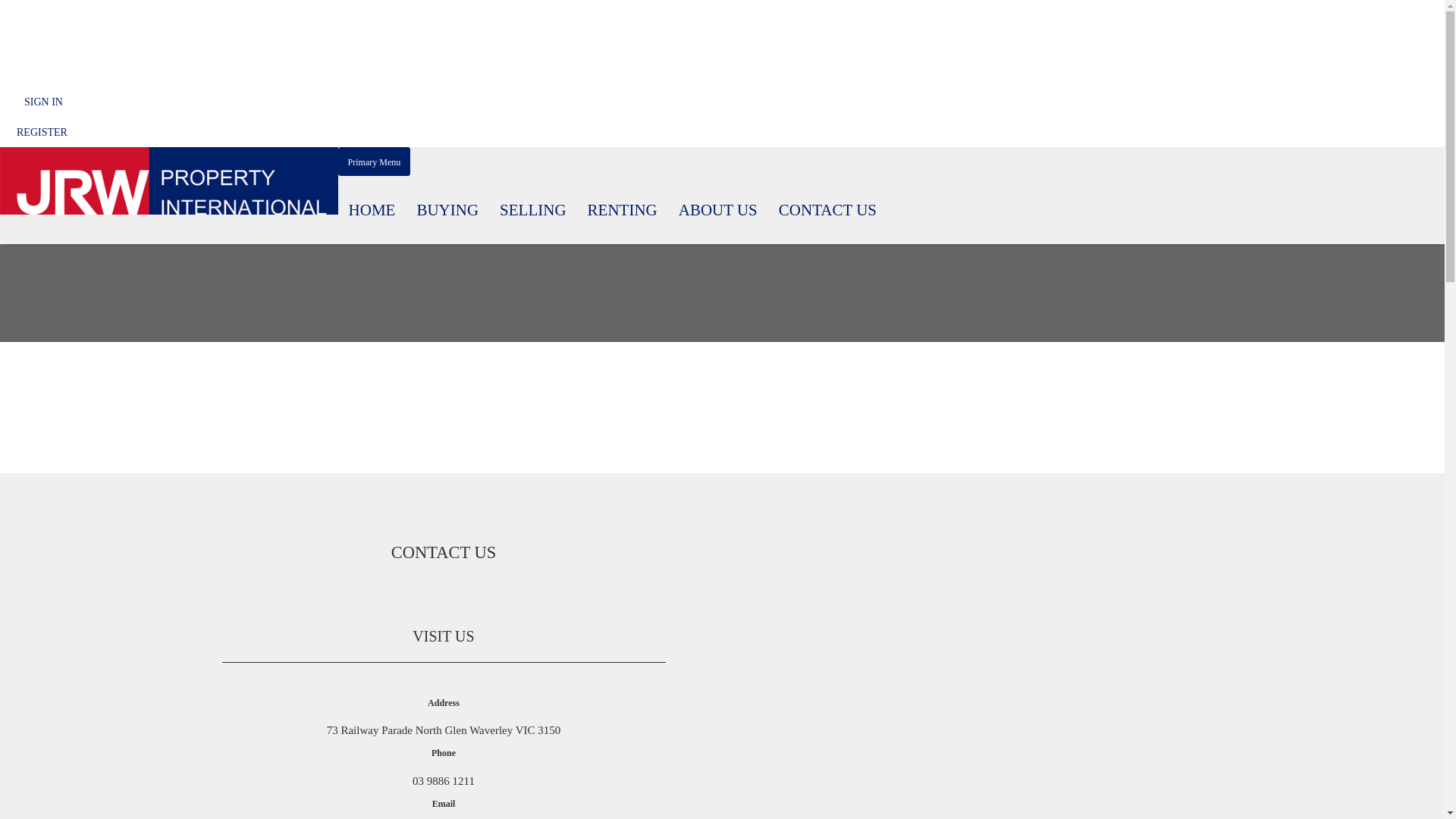  What do you see at coordinates (488, 210) in the screenshot?
I see `'SELLING'` at bounding box center [488, 210].